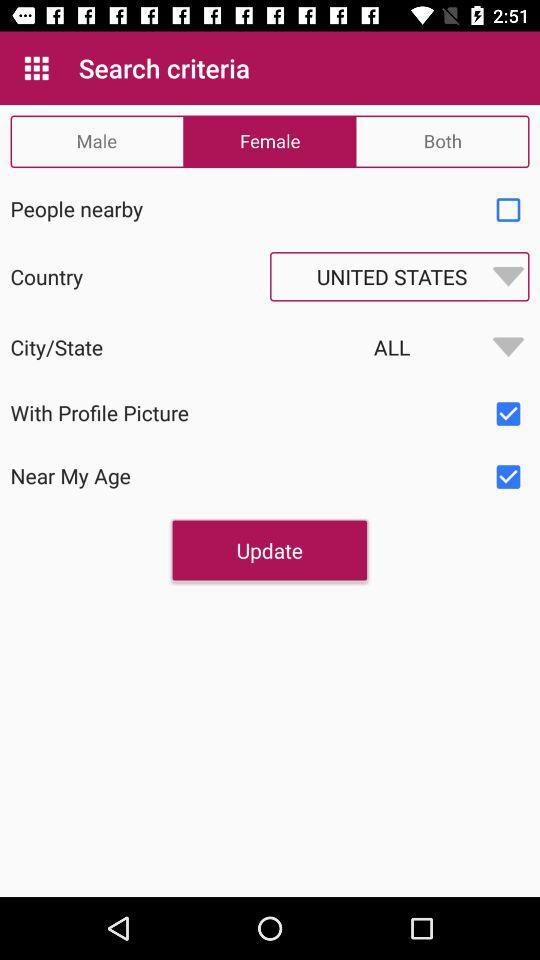 The width and height of the screenshot is (540, 960). What do you see at coordinates (508, 413) in the screenshot?
I see `check/uncheck box` at bounding box center [508, 413].